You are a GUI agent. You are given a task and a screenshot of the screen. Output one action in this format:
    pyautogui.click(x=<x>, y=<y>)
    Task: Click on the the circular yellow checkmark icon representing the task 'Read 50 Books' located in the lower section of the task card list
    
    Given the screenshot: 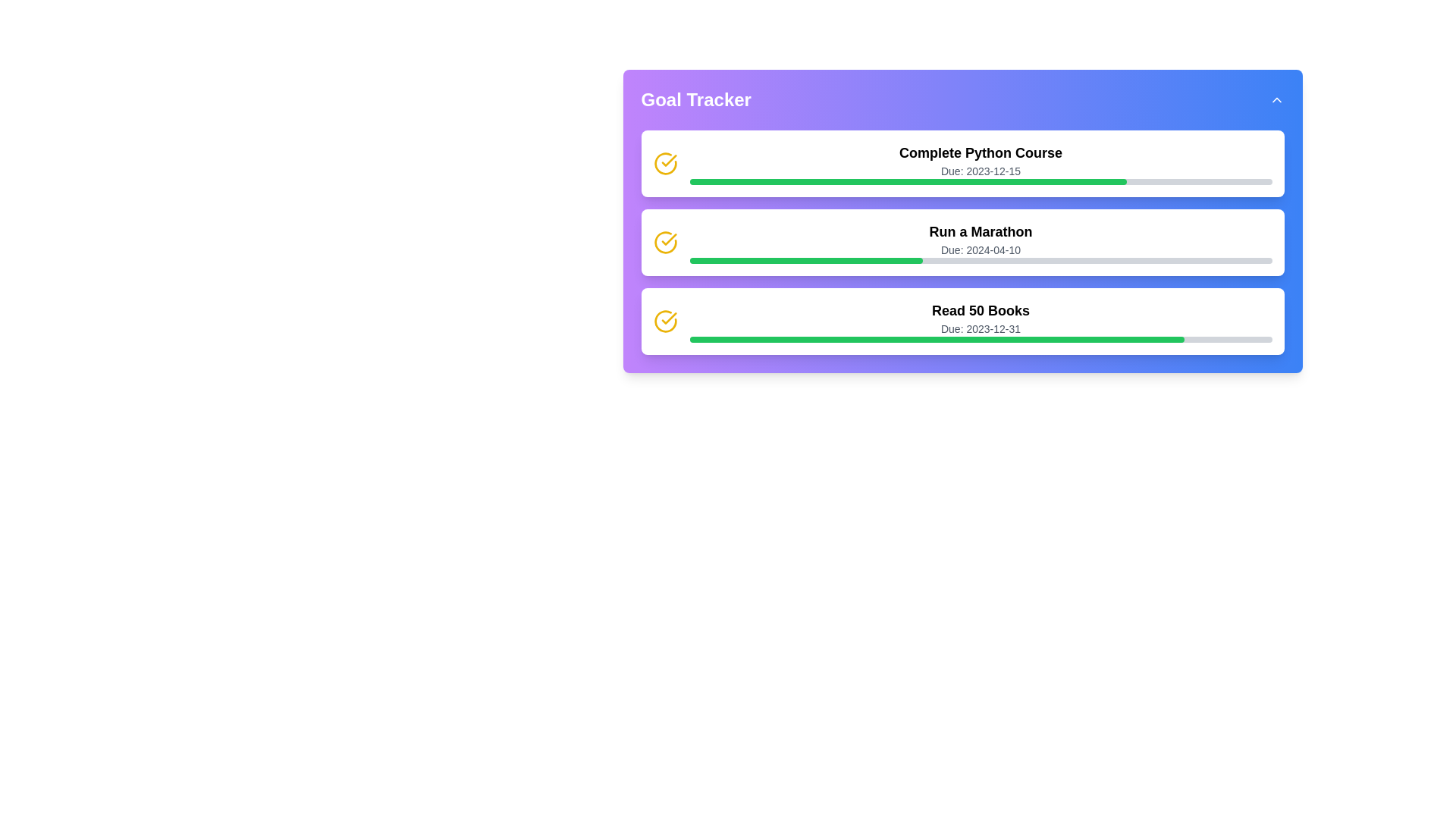 What is the action you would take?
    pyautogui.click(x=665, y=321)
    